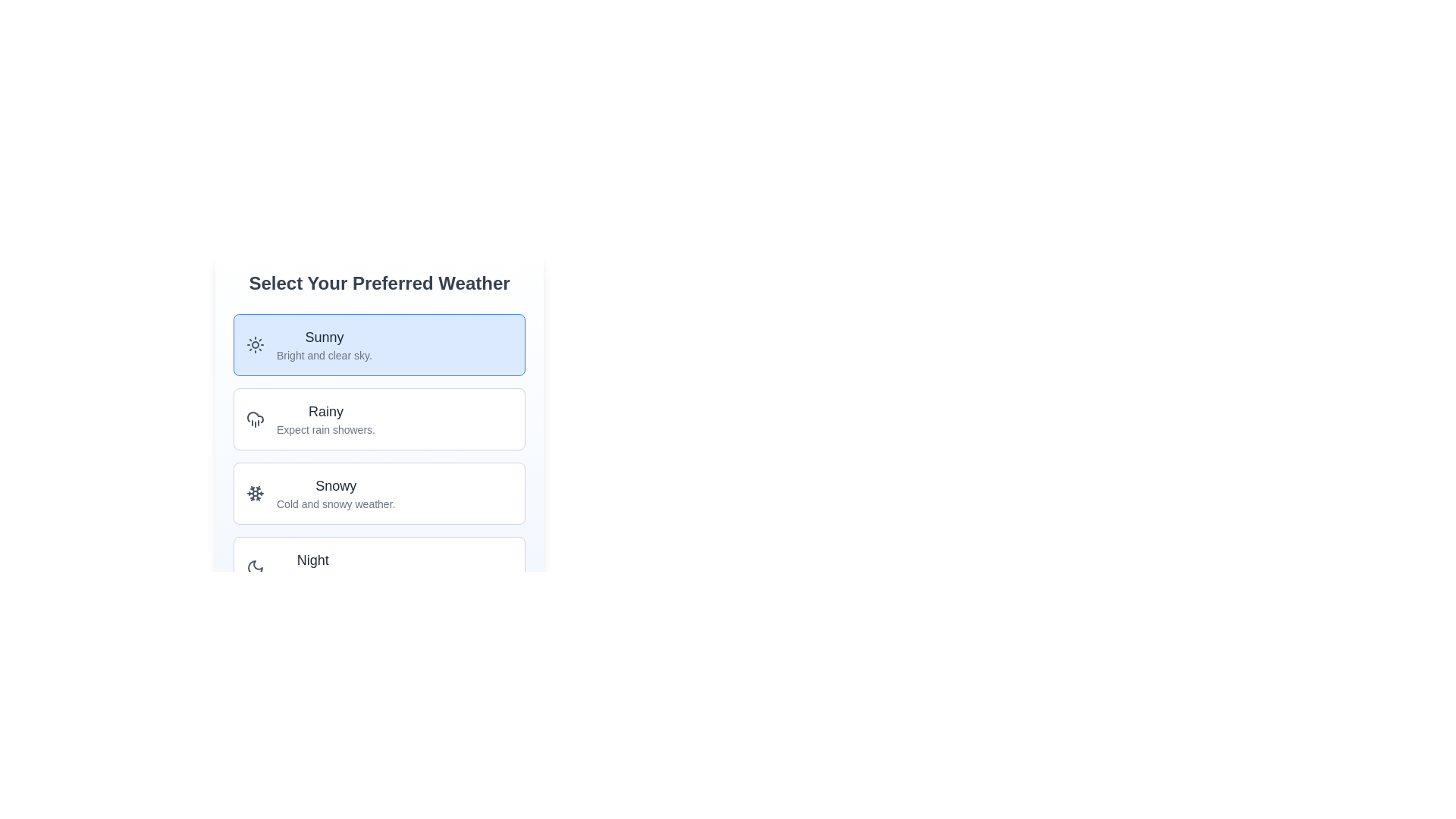 The image size is (1456, 819). Describe the element at coordinates (312, 560) in the screenshot. I see `the text label displaying 'Night' which is in bold dark gray font, located at the bottom of the weather options list, above 'Clear night sky'` at that location.